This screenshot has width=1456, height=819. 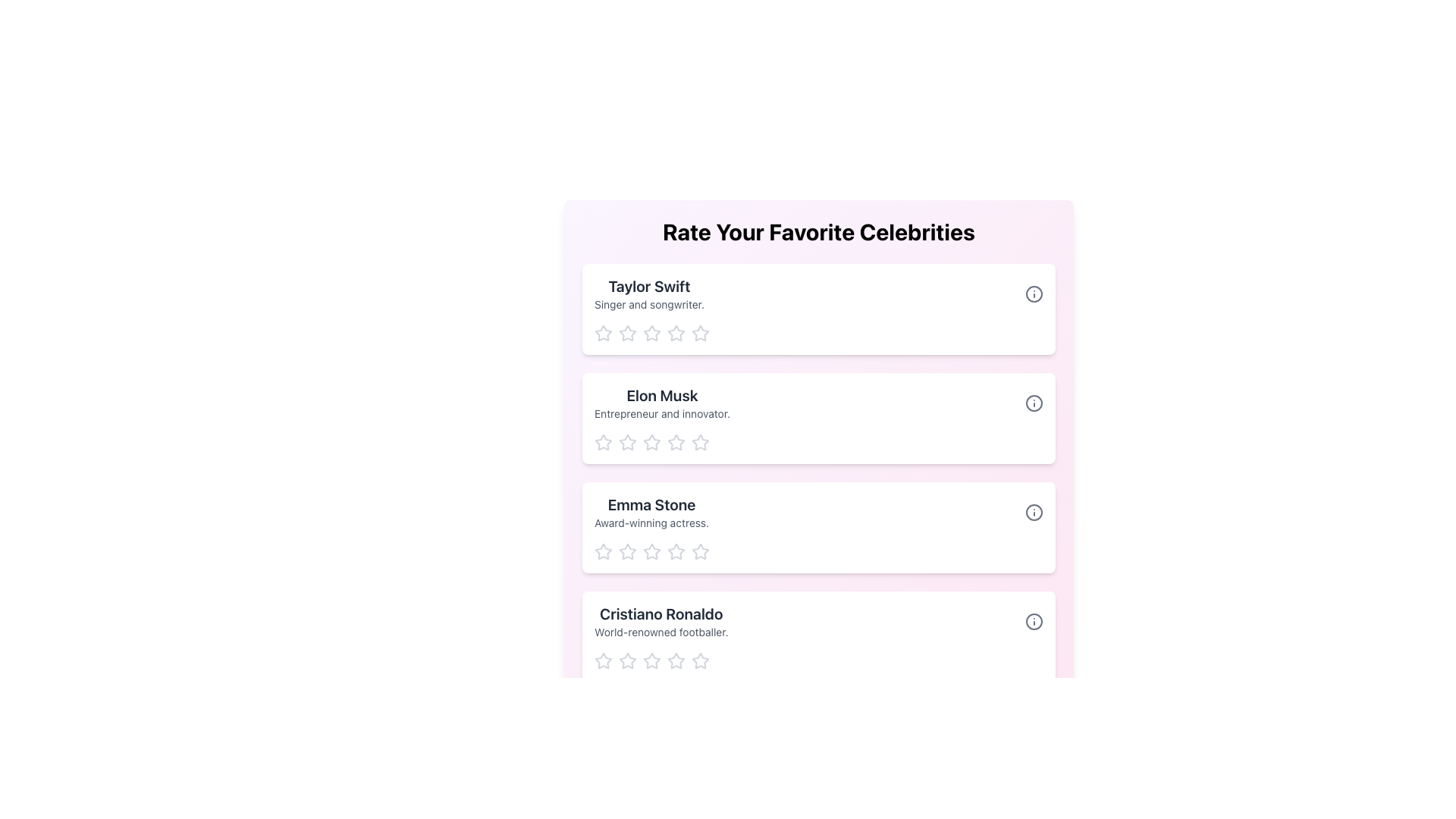 I want to click on the pointer across the first star icon in the star rating widget under the 'Elon Musk' section, so click(x=603, y=442).